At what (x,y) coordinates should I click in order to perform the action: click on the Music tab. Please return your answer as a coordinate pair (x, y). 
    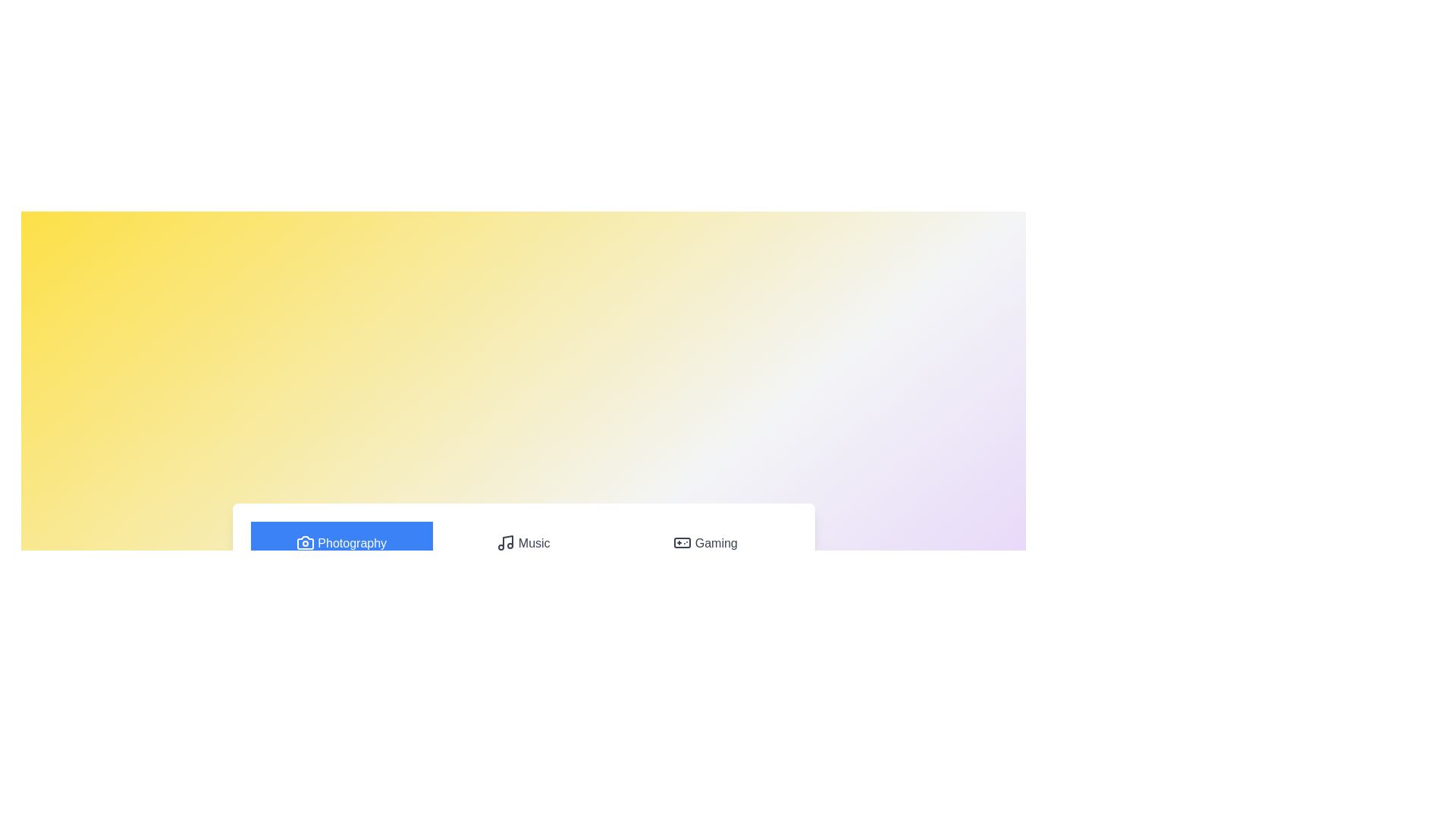
    Looking at the image, I should click on (523, 543).